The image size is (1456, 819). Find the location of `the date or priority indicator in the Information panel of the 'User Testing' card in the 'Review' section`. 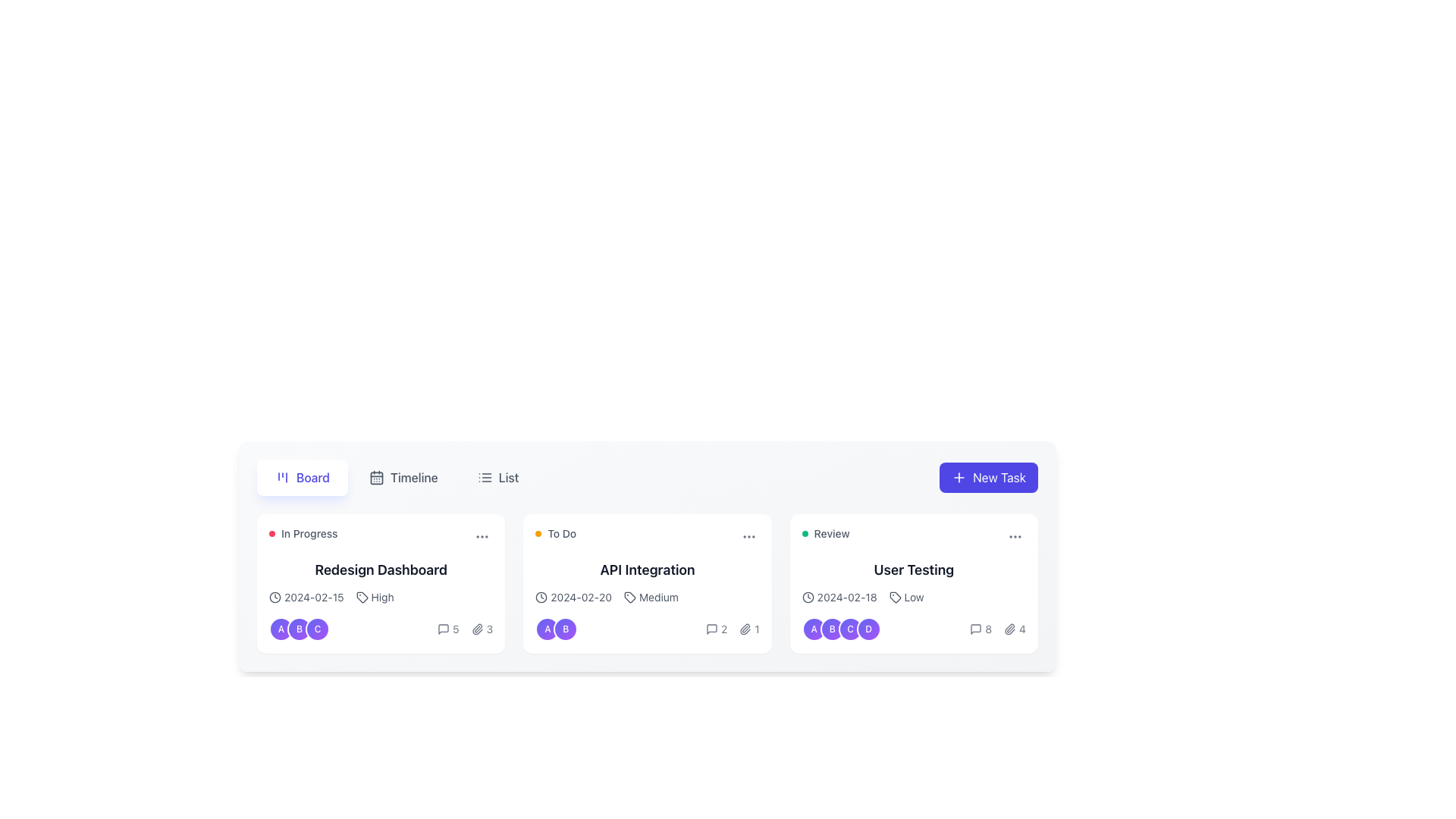

the date or priority indicator in the Information panel of the 'User Testing' card in the 'Review' section is located at coordinates (913, 616).